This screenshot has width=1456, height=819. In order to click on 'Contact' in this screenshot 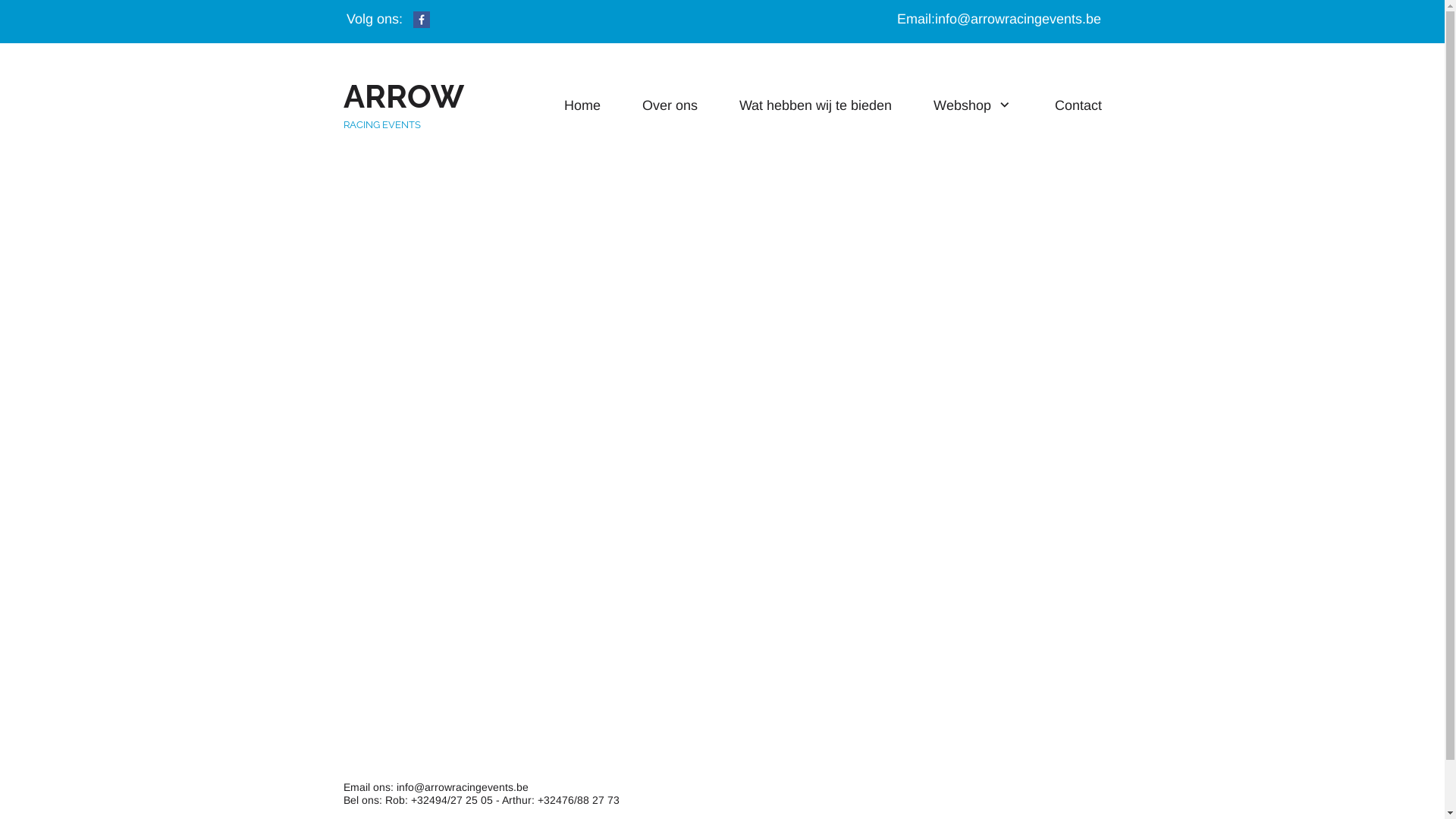, I will do `click(1076, 104)`.